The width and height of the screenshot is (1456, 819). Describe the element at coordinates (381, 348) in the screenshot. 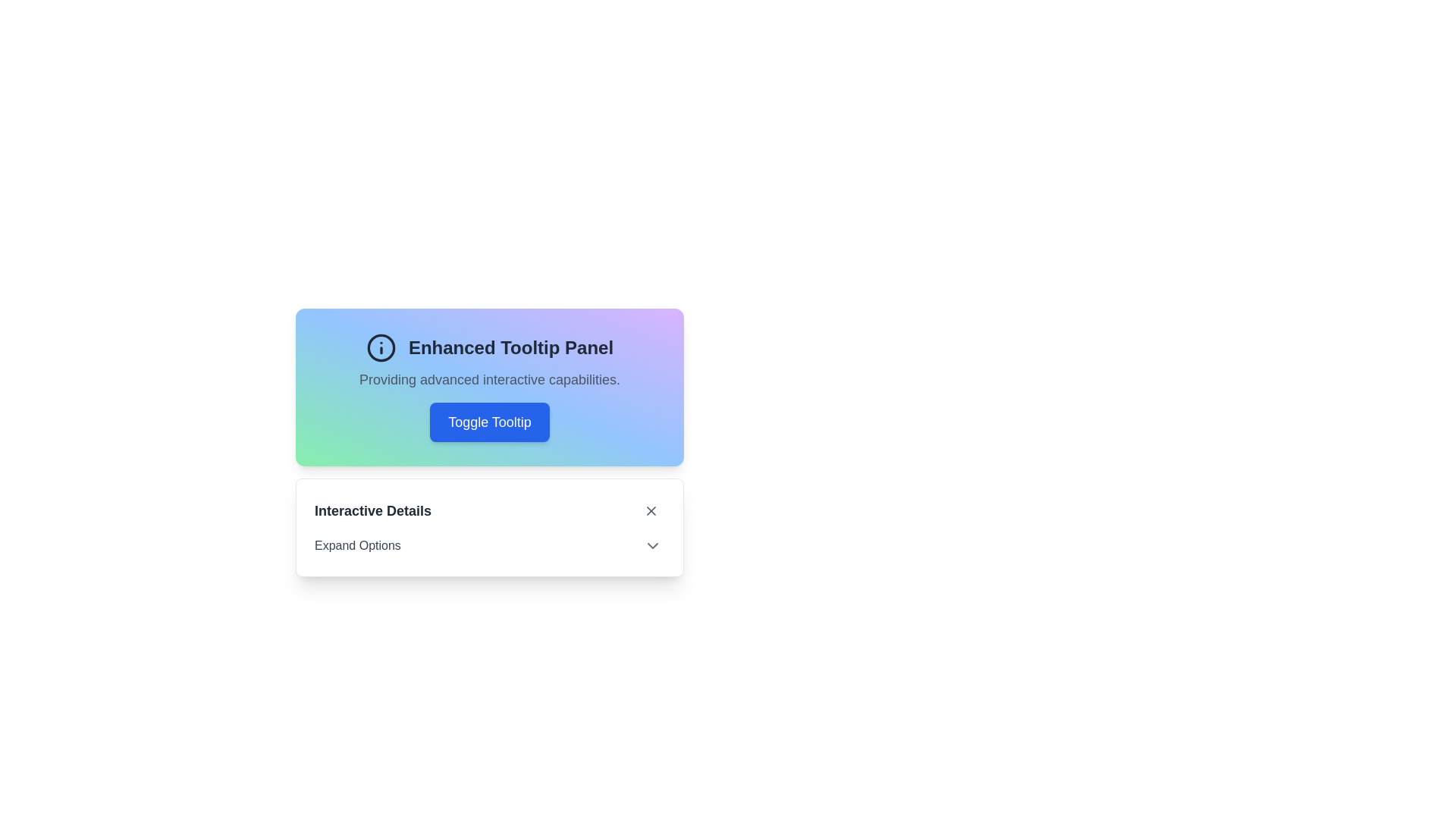

I see `the icon depicting a circled 'i' for information, which is styled with a gray tint and located within the 'Enhanced Tooltip Panel' to the left of the title text` at that location.